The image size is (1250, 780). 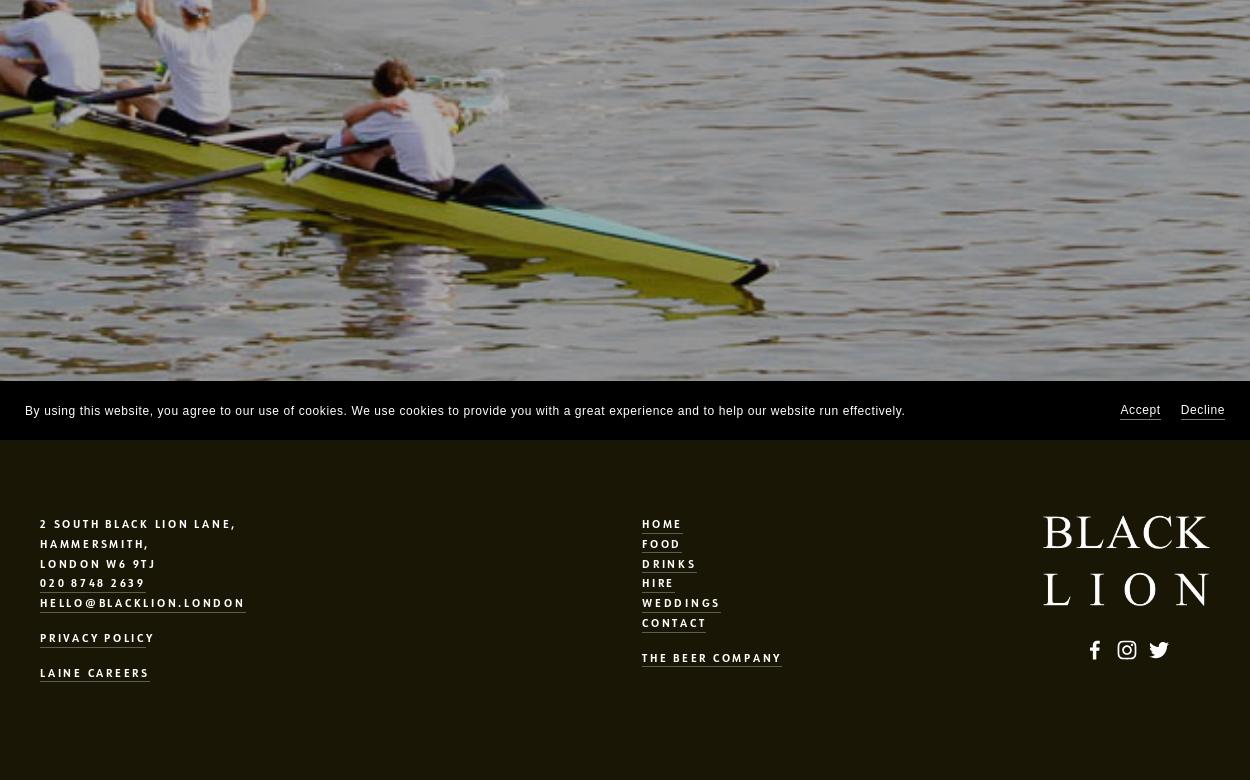 I want to click on 'contact', so click(x=641, y=621).